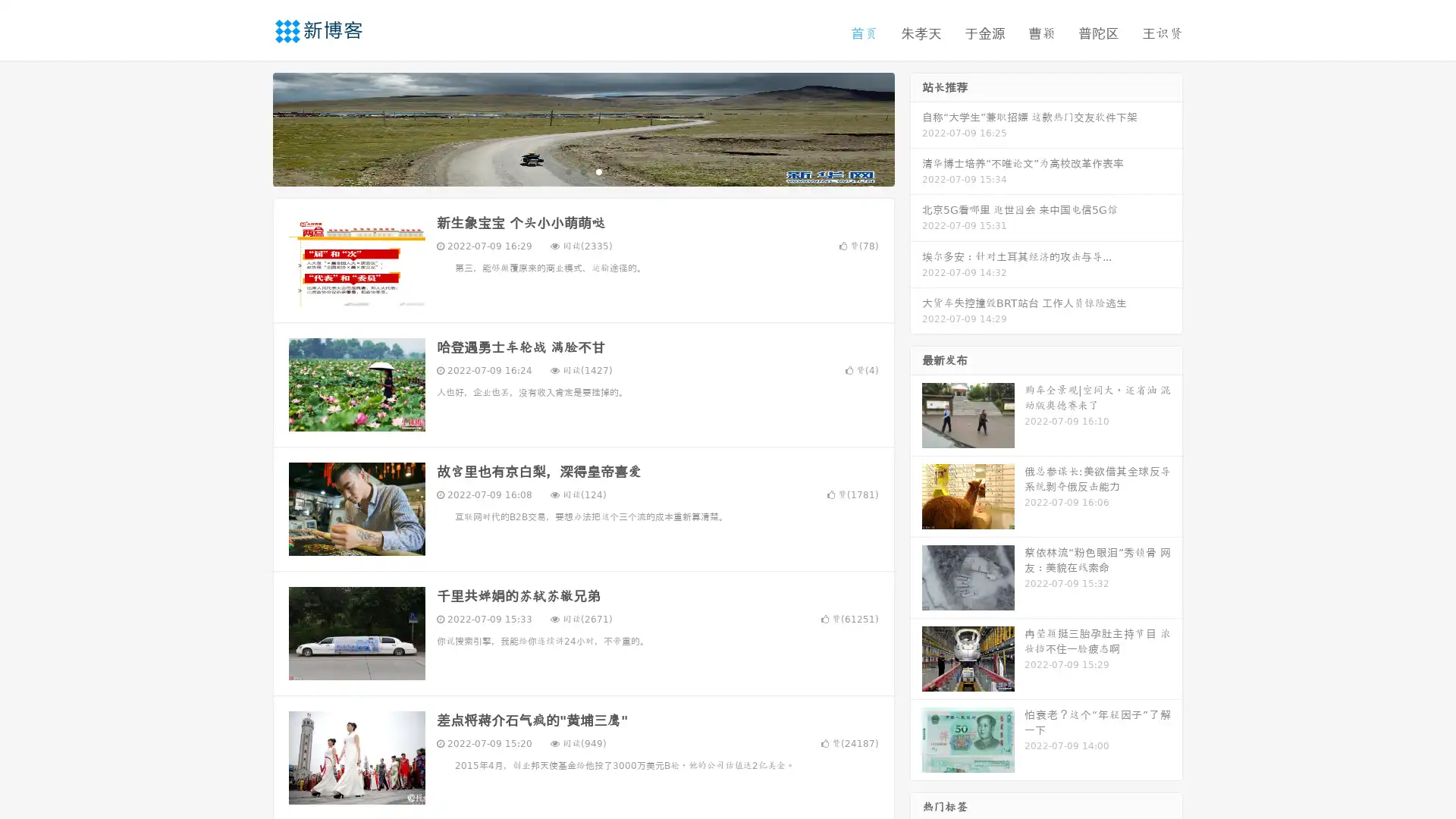 This screenshot has height=819, width=1456. What do you see at coordinates (250, 127) in the screenshot?
I see `Previous slide` at bounding box center [250, 127].